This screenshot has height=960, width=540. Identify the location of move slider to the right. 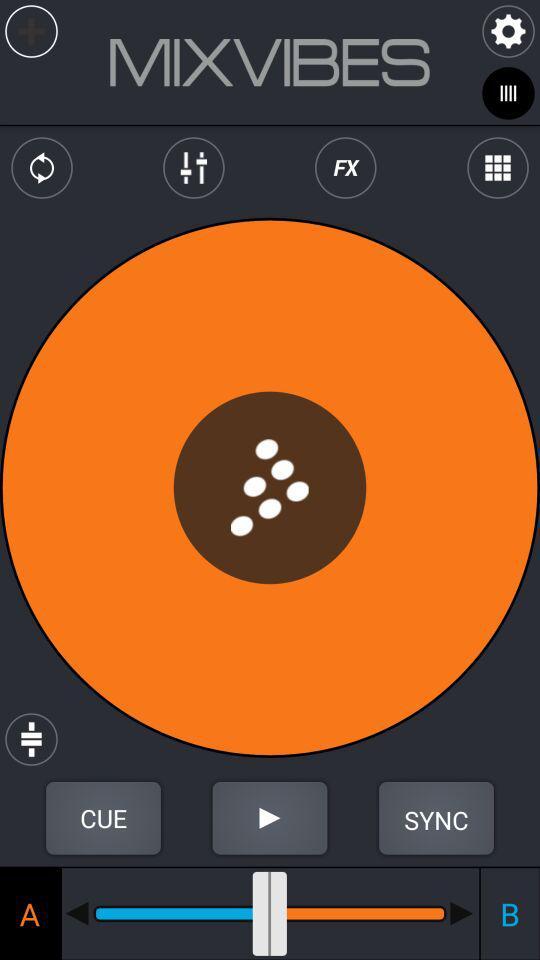
(462, 913).